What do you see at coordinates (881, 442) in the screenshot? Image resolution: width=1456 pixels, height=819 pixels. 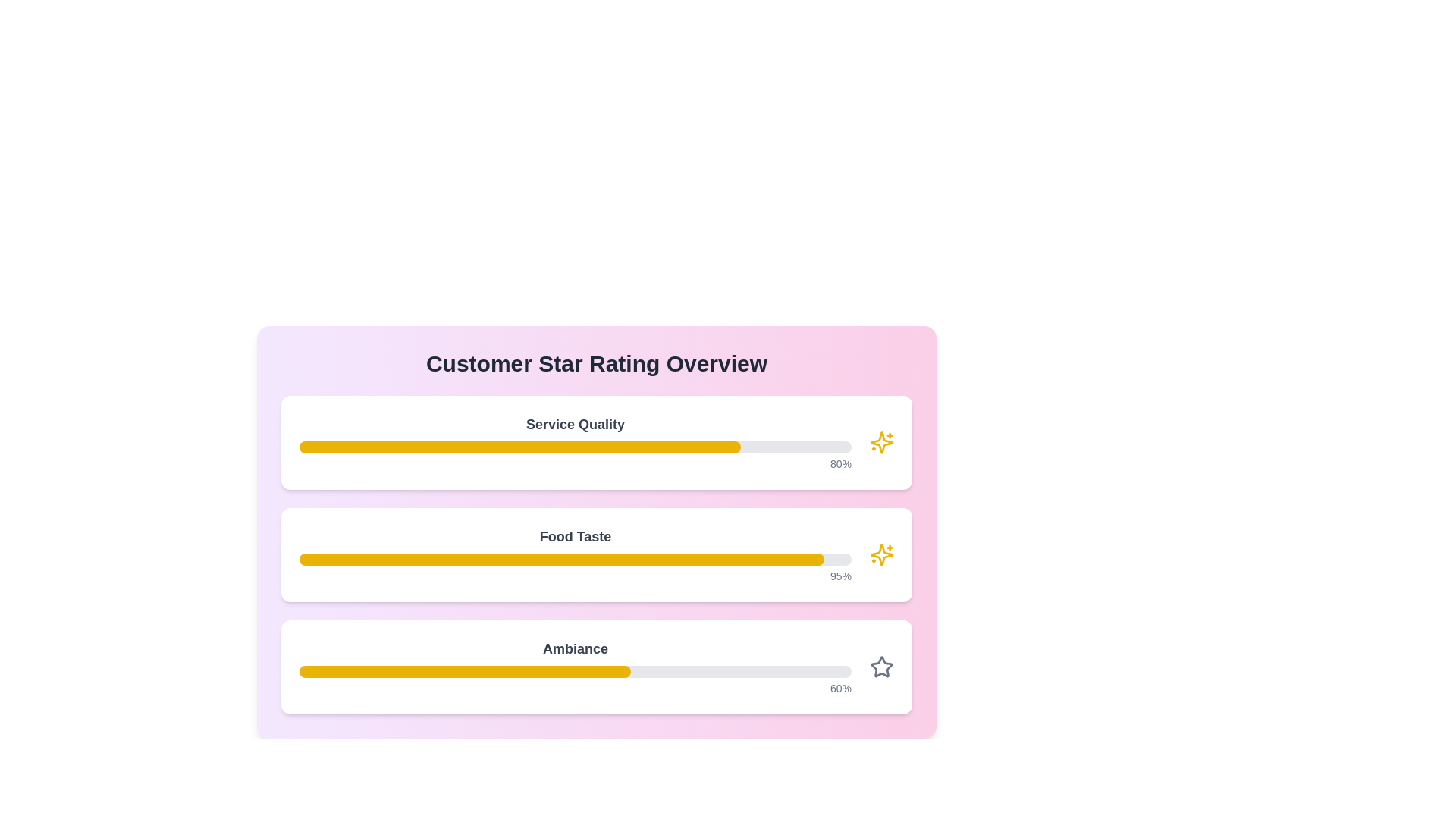 I see `the decorative icon located in the top-right corner of the 'Service Quality' section, adjacent to the progress bar and the text label '80%'` at bounding box center [881, 442].